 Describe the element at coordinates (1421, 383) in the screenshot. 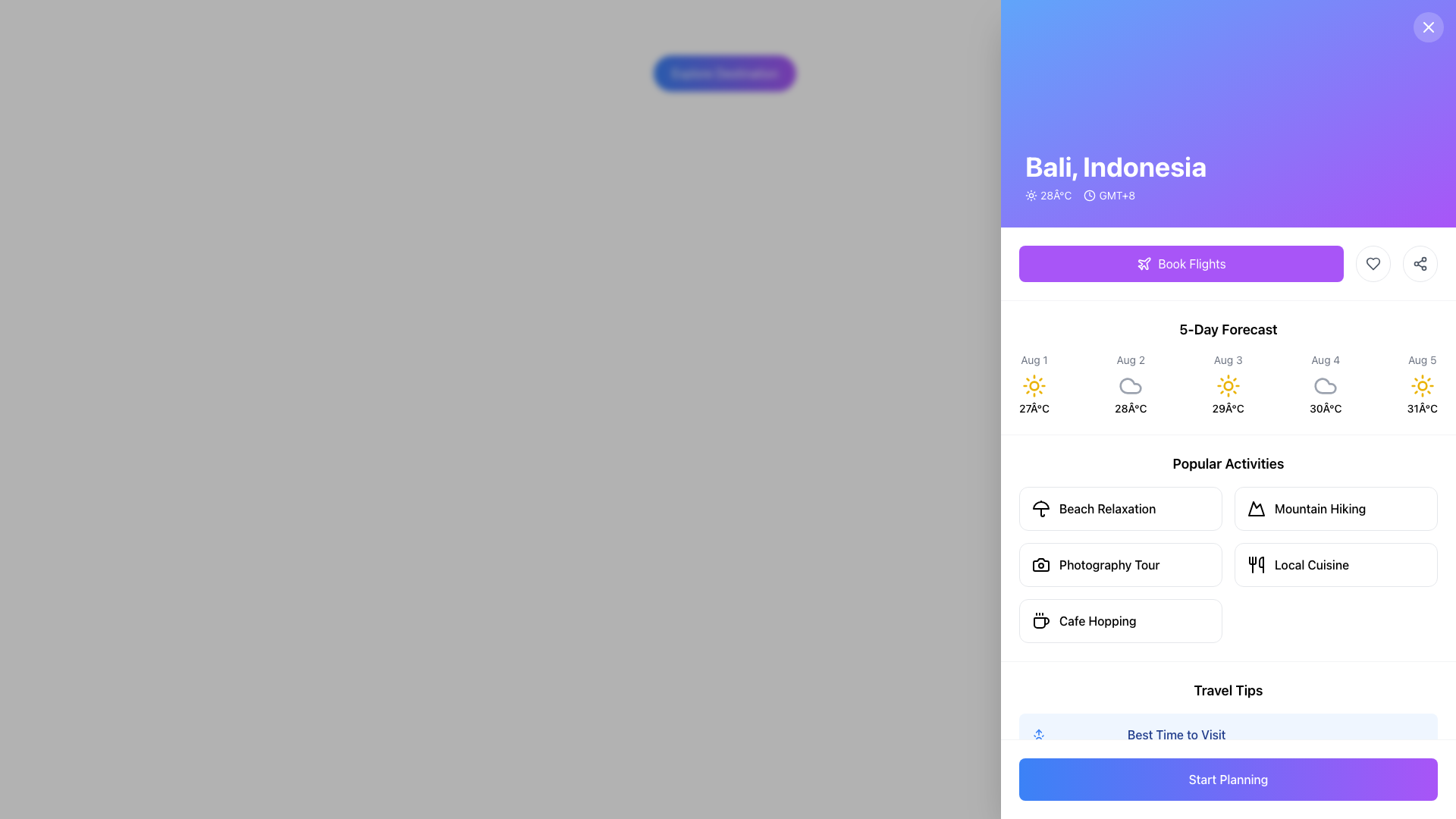

I see `weather information displayed in the Weather Forecast Display for August 5, which indicates a sunny day with a high temperature of 31°C` at that location.